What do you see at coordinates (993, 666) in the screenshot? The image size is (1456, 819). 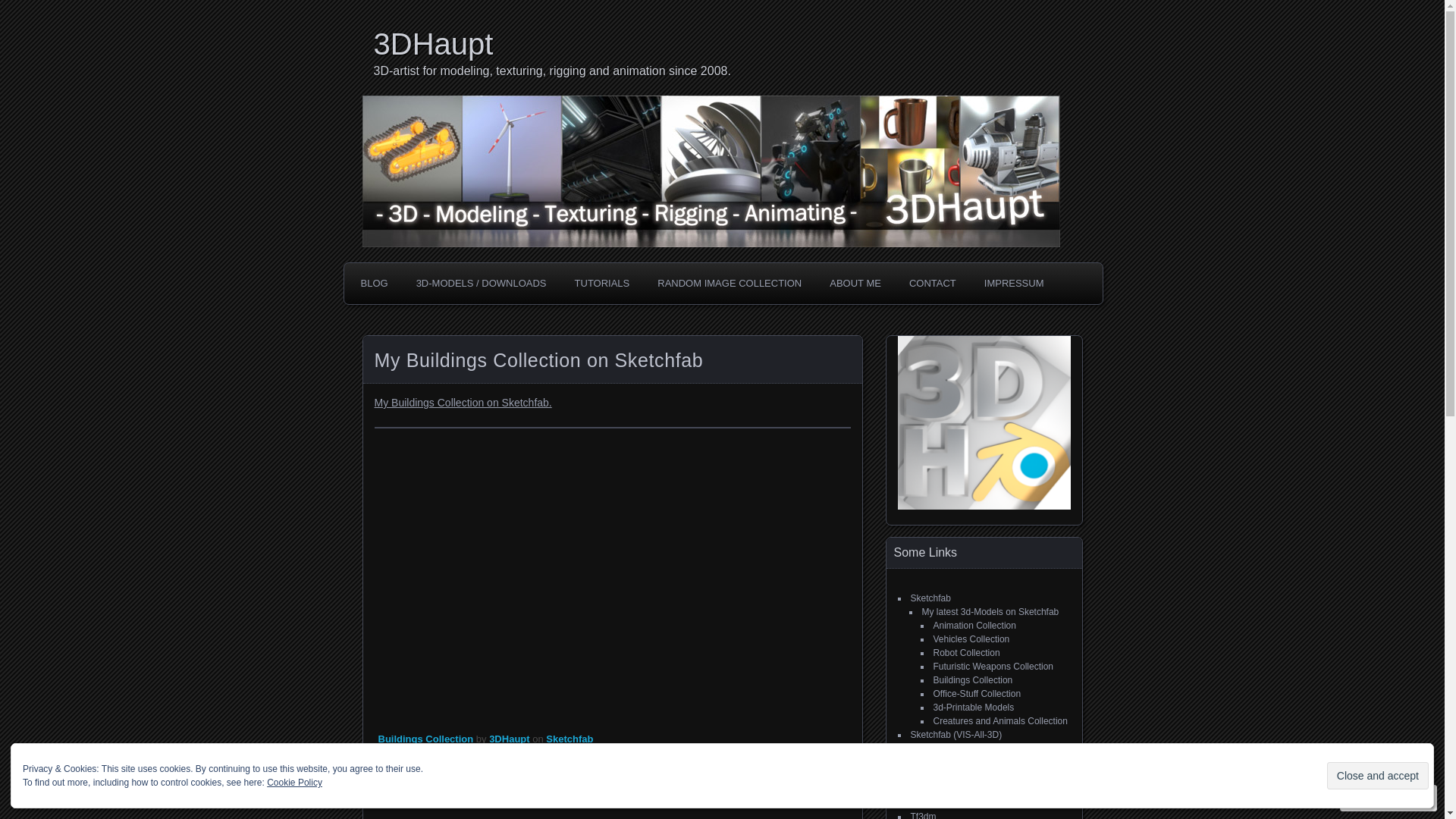 I see `'Futuristic Weapons Collection'` at bounding box center [993, 666].